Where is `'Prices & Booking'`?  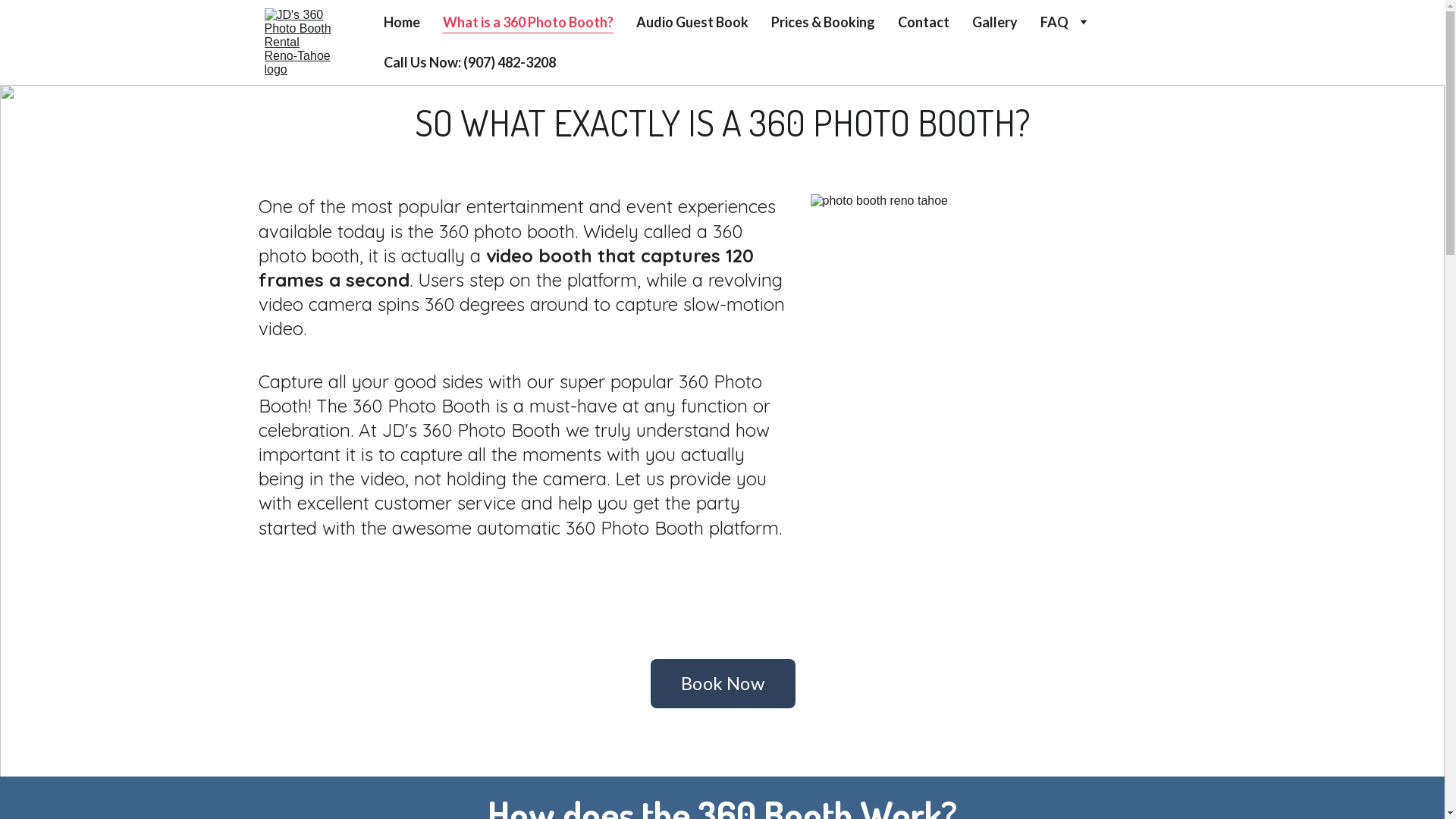
'Prices & Booking' is located at coordinates (821, 22).